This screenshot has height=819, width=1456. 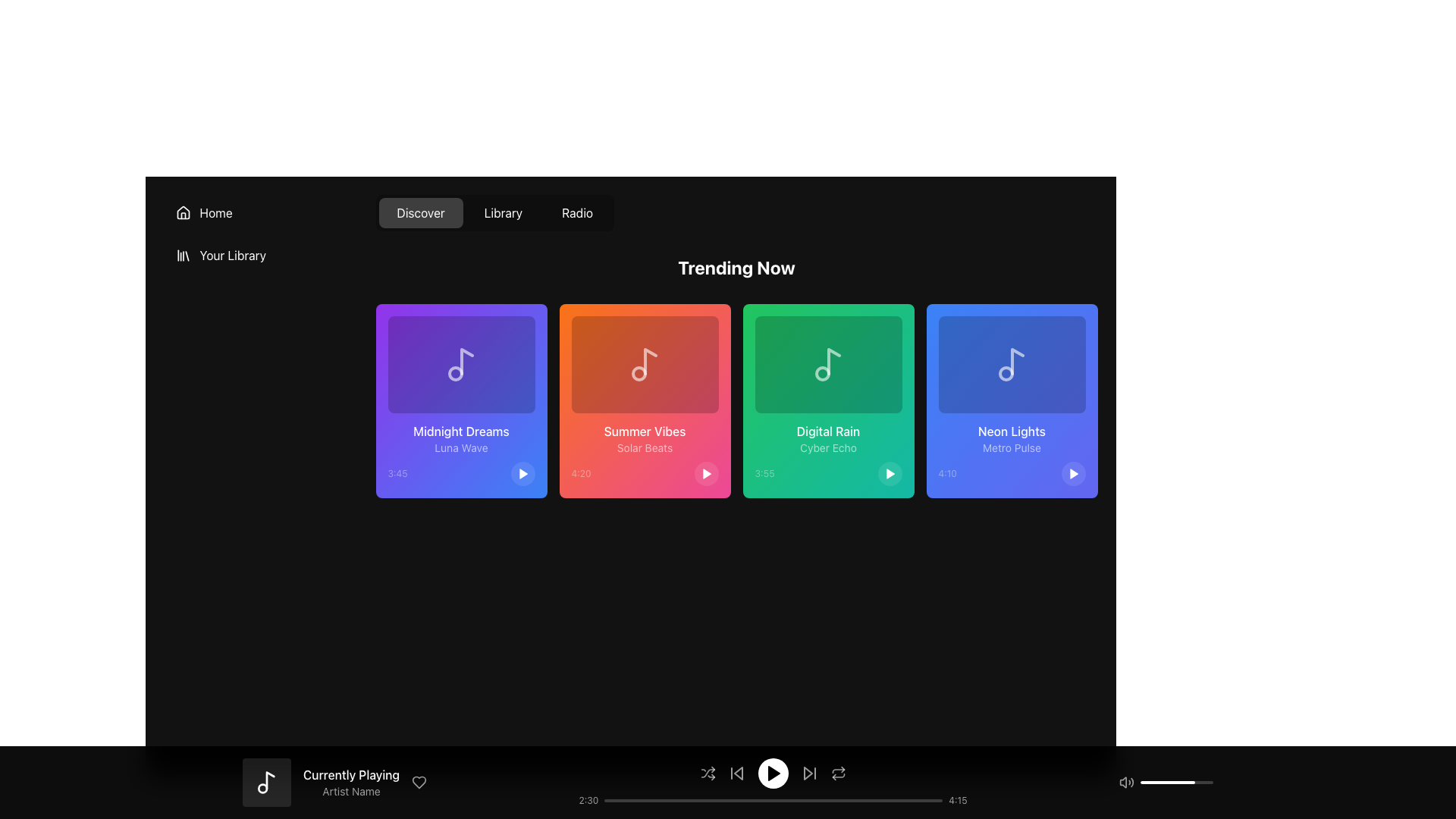 What do you see at coordinates (350, 783) in the screenshot?
I see `contents of the text label displaying the currently playing song and artist, located centrally in the bottom section of the application interface, between the music note icon and the heart icon` at bounding box center [350, 783].